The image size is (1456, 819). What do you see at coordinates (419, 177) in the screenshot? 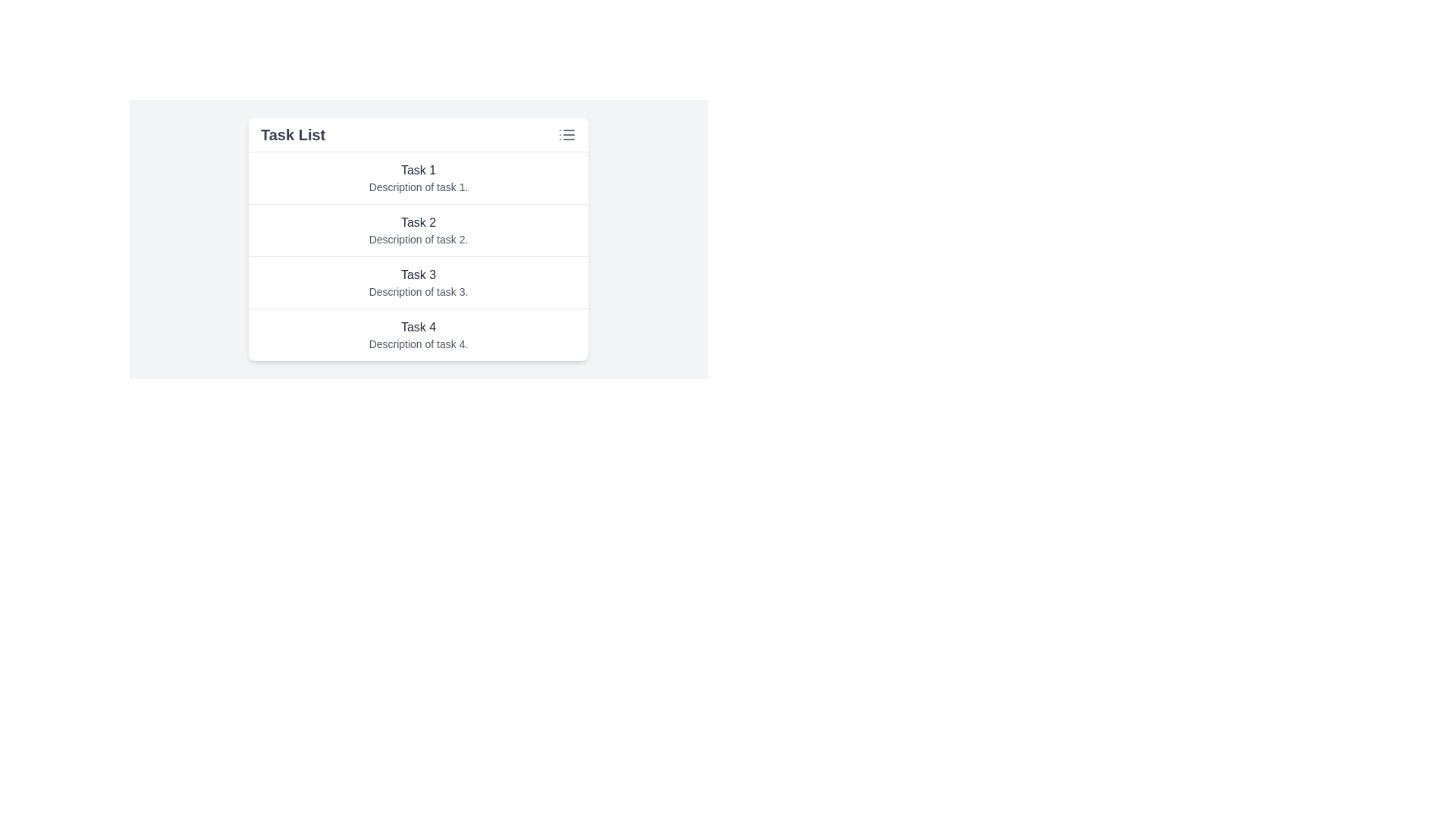
I see `description of the first list item labeled 'Task 1' with the description 'Description of task 1.'` at bounding box center [419, 177].